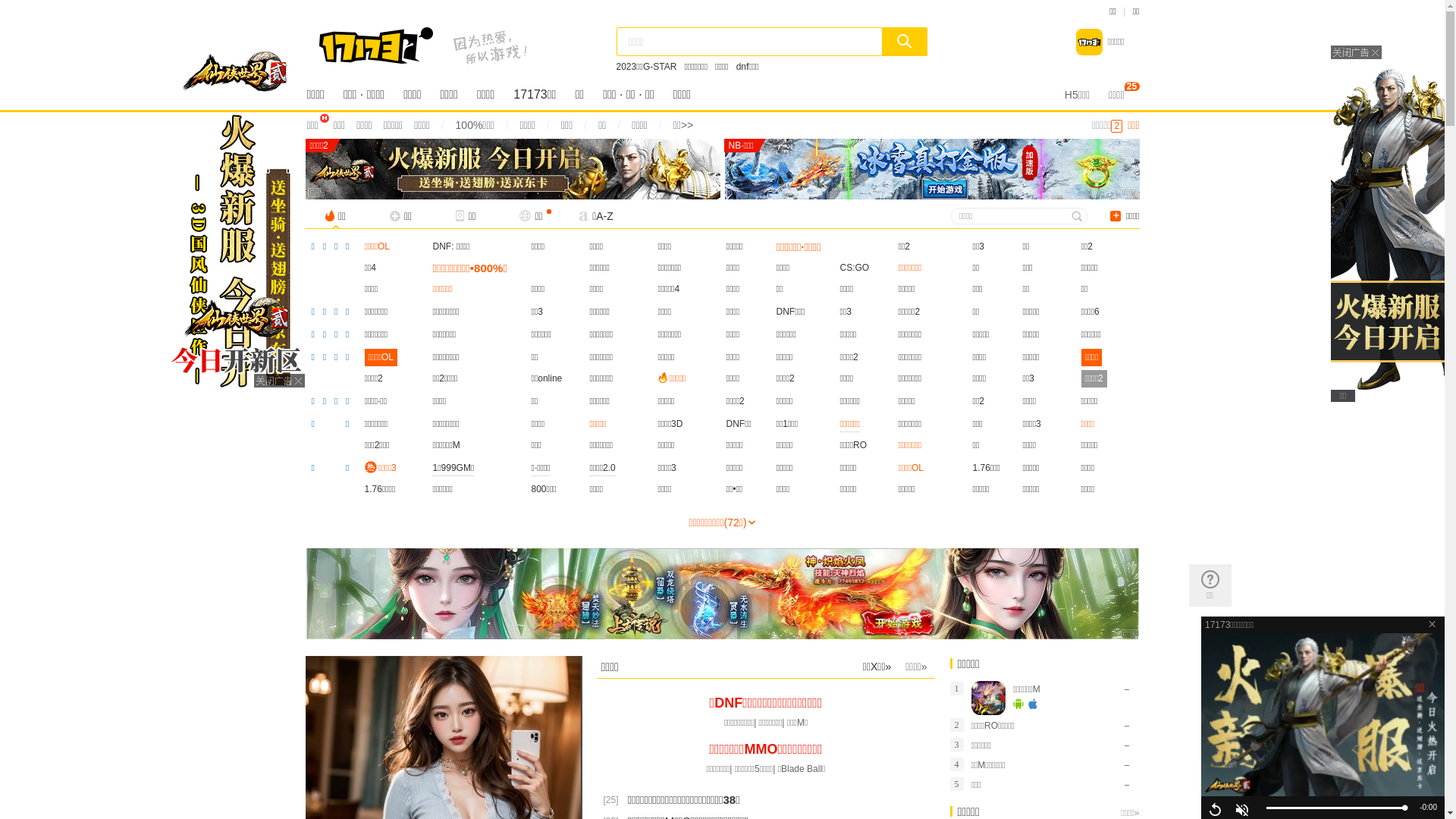 This screenshot has width=1456, height=819. What do you see at coordinates (855, 267) in the screenshot?
I see `'CS:GO'` at bounding box center [855, 267].